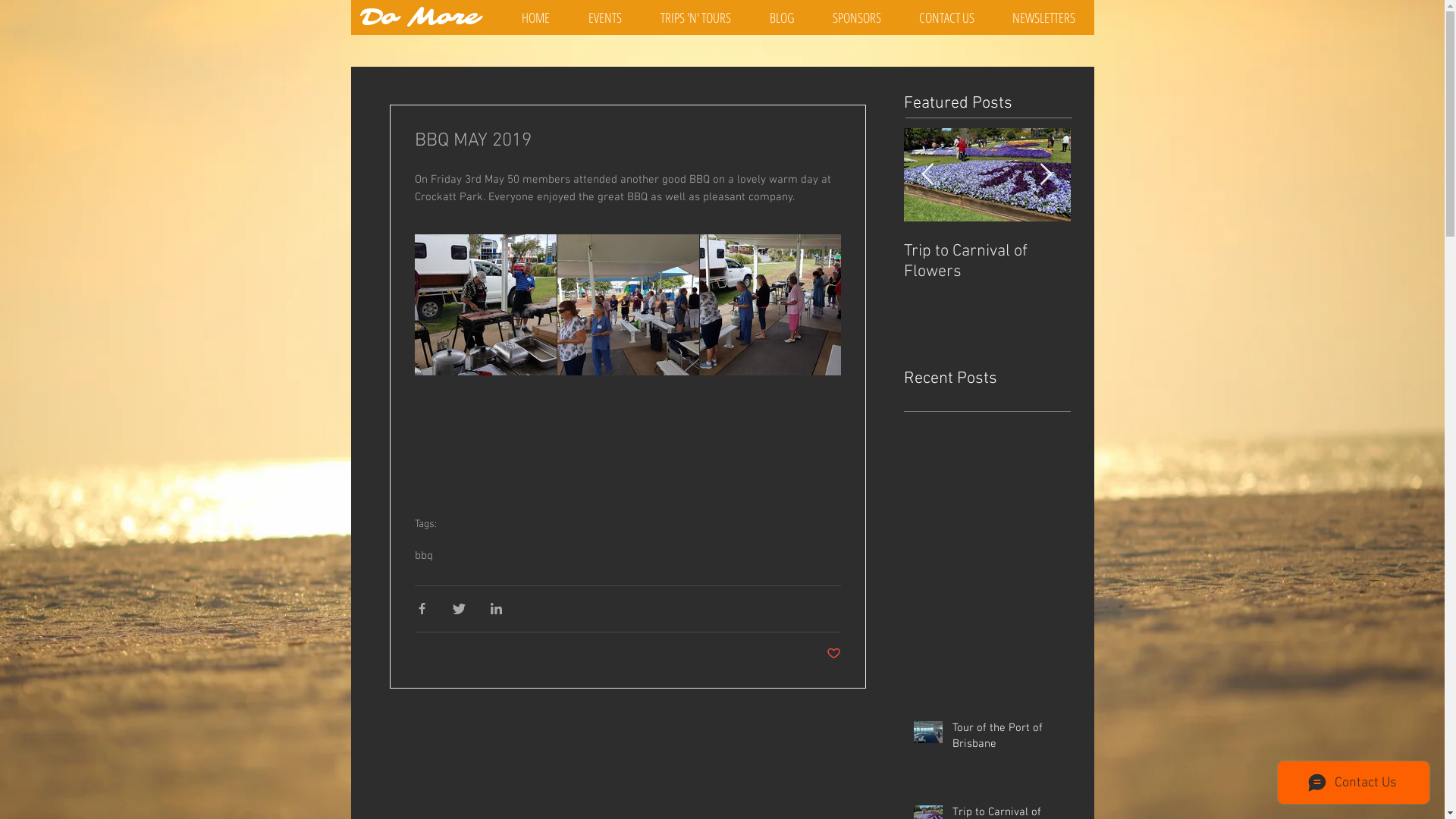 Image resolution: width=1456 pixels, height=819 pixels. What do you see at coordinates (419, 18) in the screenshot?
I see `'Do More'` at bounding box center [419, 18].